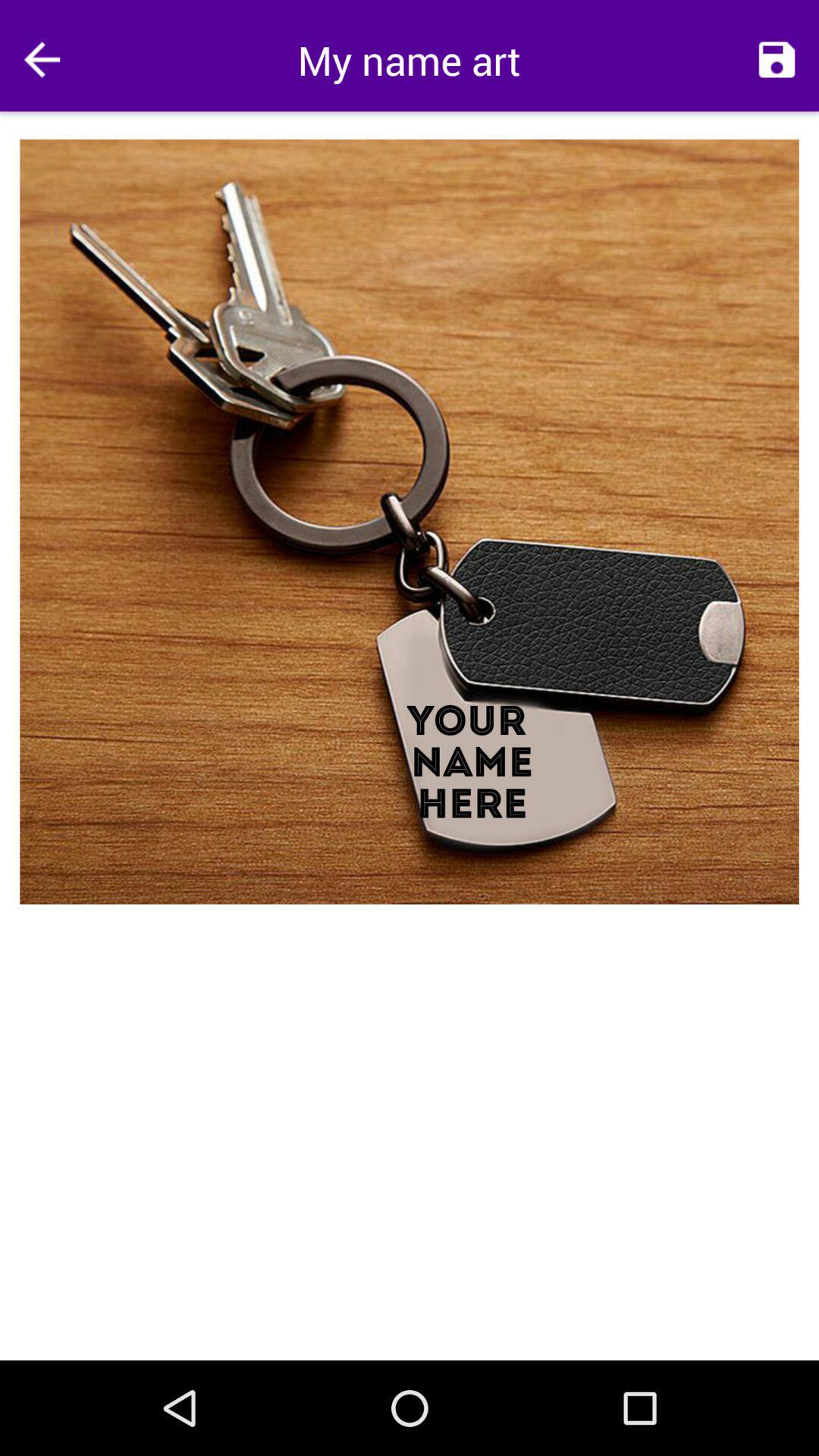  What do you see at coordinates (41, 63) in the screenshot?
I see `the arrow_backward icon` at bounding box center [41, 63].